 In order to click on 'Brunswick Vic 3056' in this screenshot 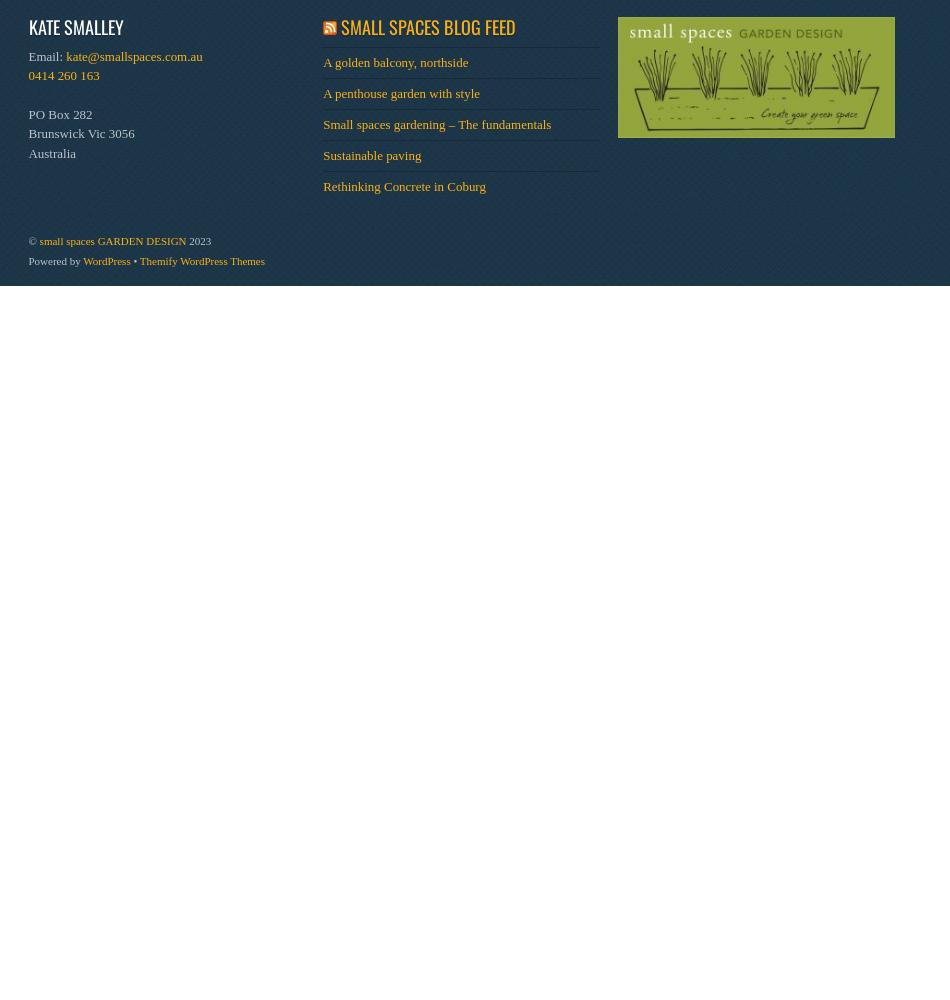, I will do `click(81, 133)`.